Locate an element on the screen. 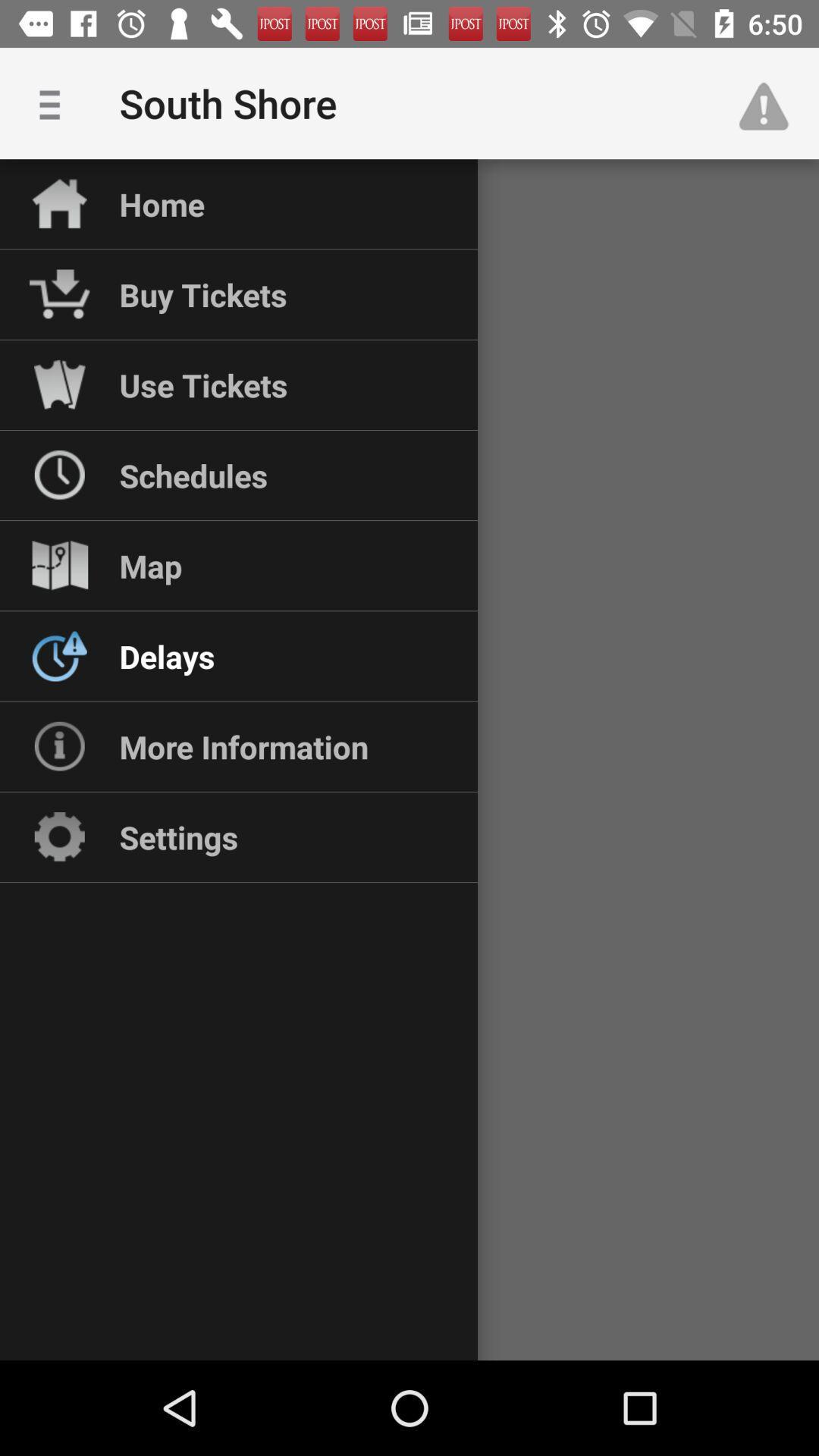 Image resolution: width=819 pixels, height=1456 pixels. the delays icon is located at coordinates (167, 656).